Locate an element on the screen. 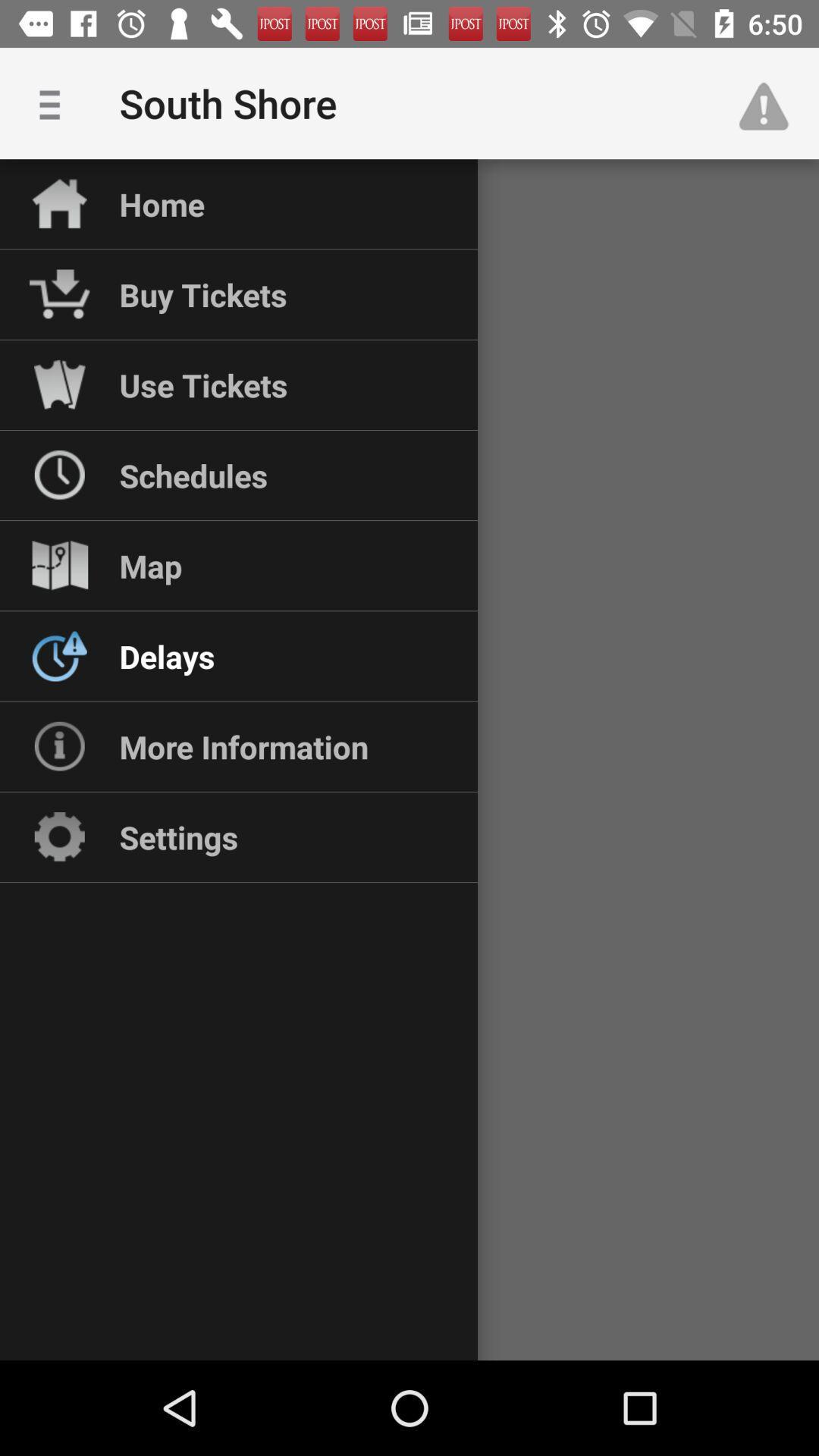 Image resolution: width=819 pixels, height=1456 pixels. the delays icon is located at coordinates (167, 656).